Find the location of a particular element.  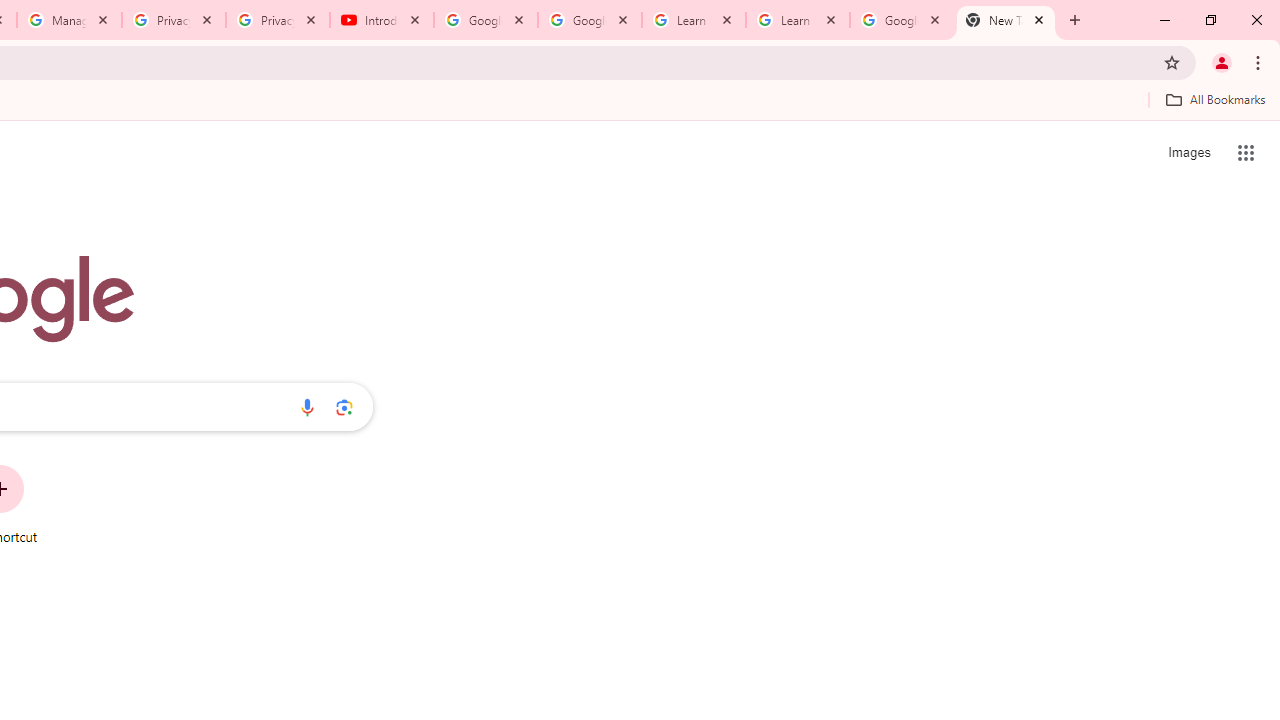

'All Bookmarks' is located at coordinates (1214, 99).